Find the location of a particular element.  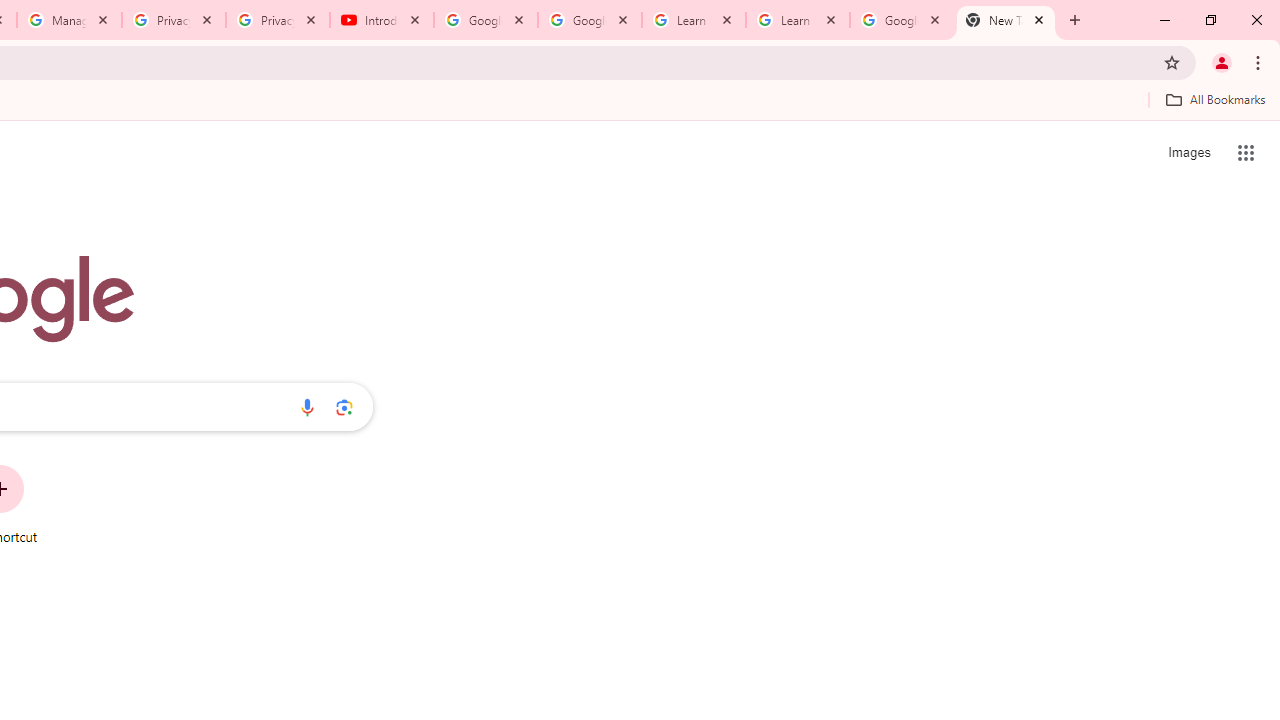

'All Bookmarks' is located at coordinates (1214, 99).